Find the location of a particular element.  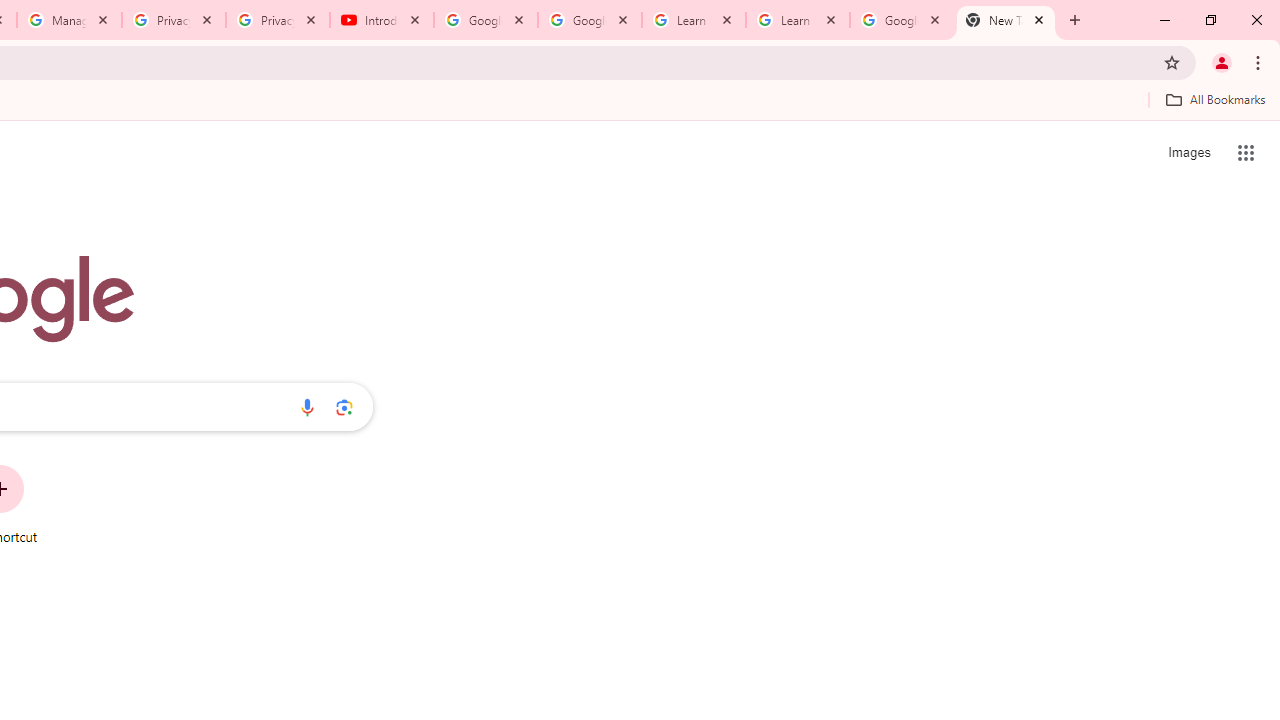

'All Bookmarks' is located at coordinates (1214, 99).